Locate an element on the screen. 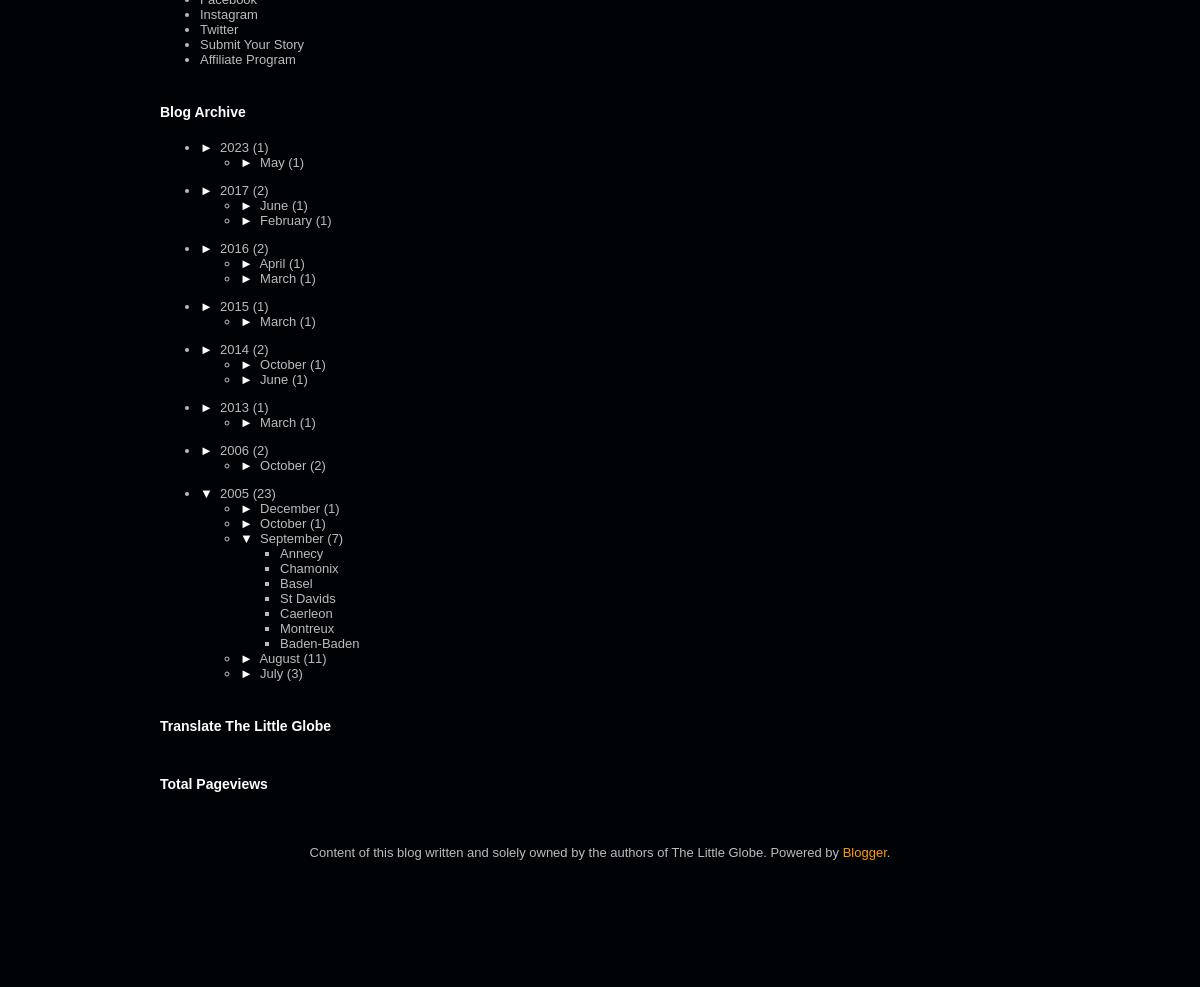 This screenshot has height=987, width=1200. 'Twitter' is located at coordinates (218, 28).